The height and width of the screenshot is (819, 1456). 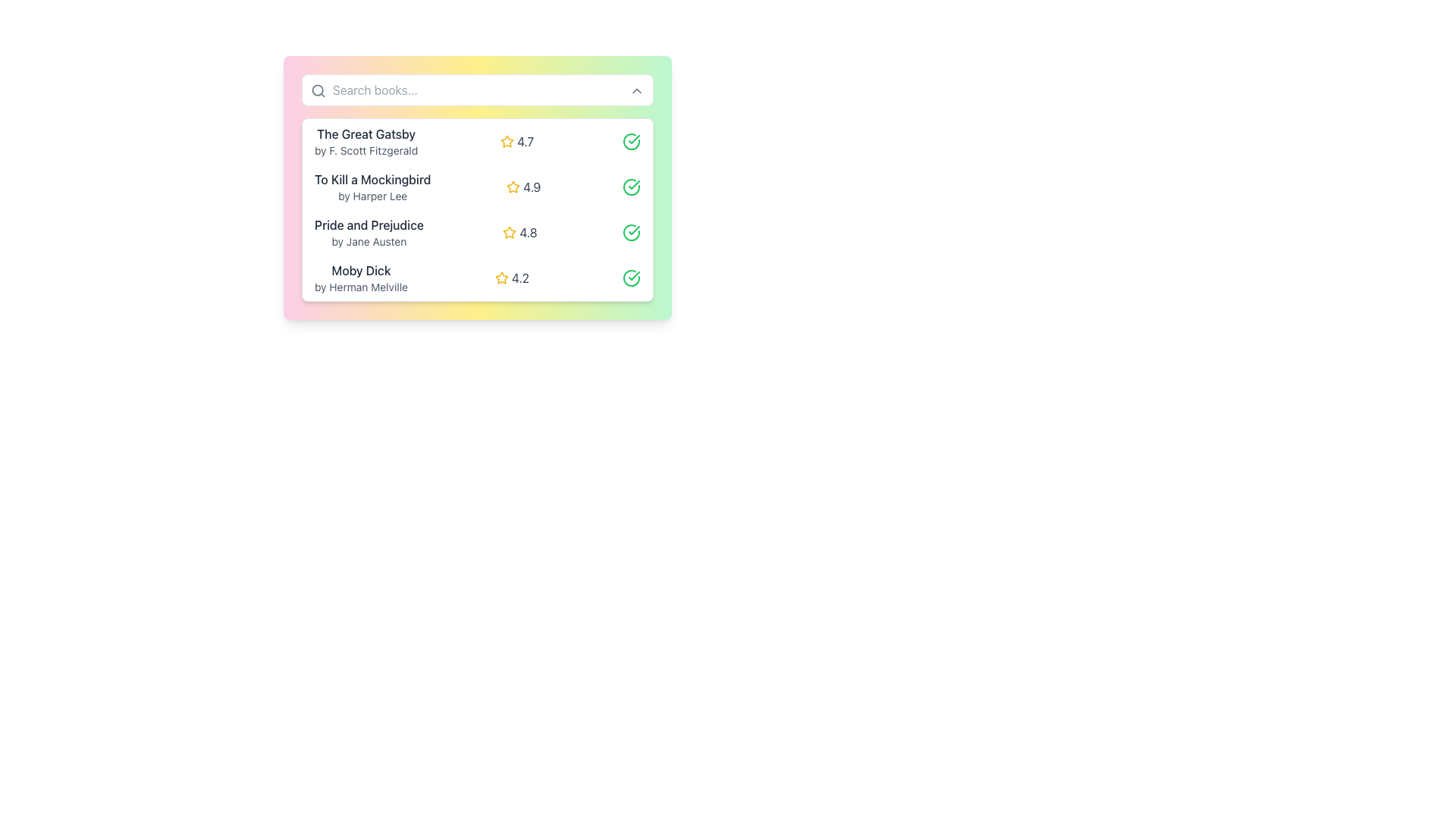 I want to click on numeric rating displayed in the rating indicator for the book 'Pride and Prejudice' located in the third entry of the visible book list, so click(x=519, y=233).